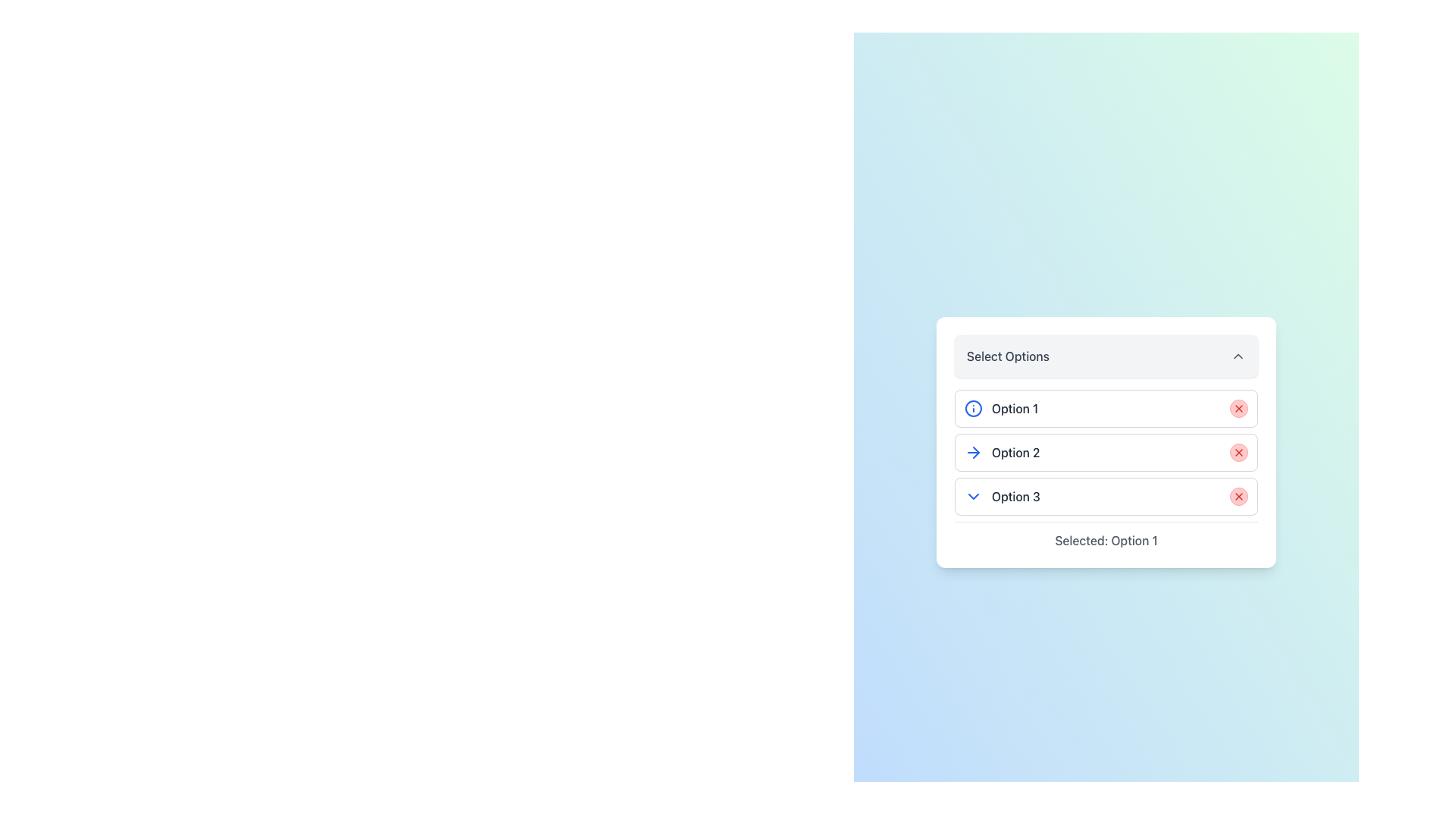 This screenshot has width=1456, height=819. I want to click on the first option in the vertically stacked selection list, which is represented by a Text label with an associated icon, so click(1001, 407).